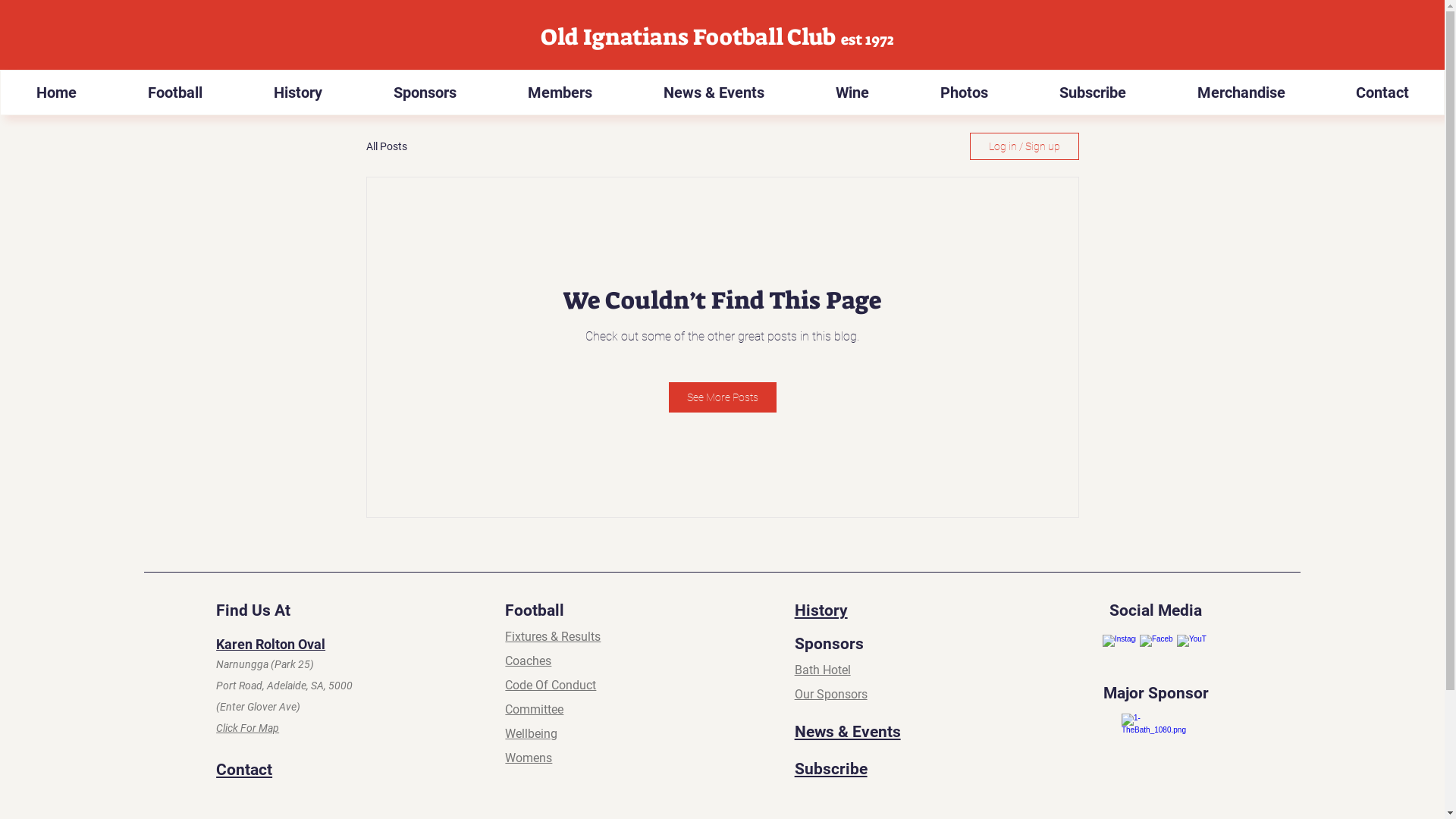  What do you see at coordinates (505, 758) in the screenshot?
I see `'Womens'` at bounding box center [505, 758].